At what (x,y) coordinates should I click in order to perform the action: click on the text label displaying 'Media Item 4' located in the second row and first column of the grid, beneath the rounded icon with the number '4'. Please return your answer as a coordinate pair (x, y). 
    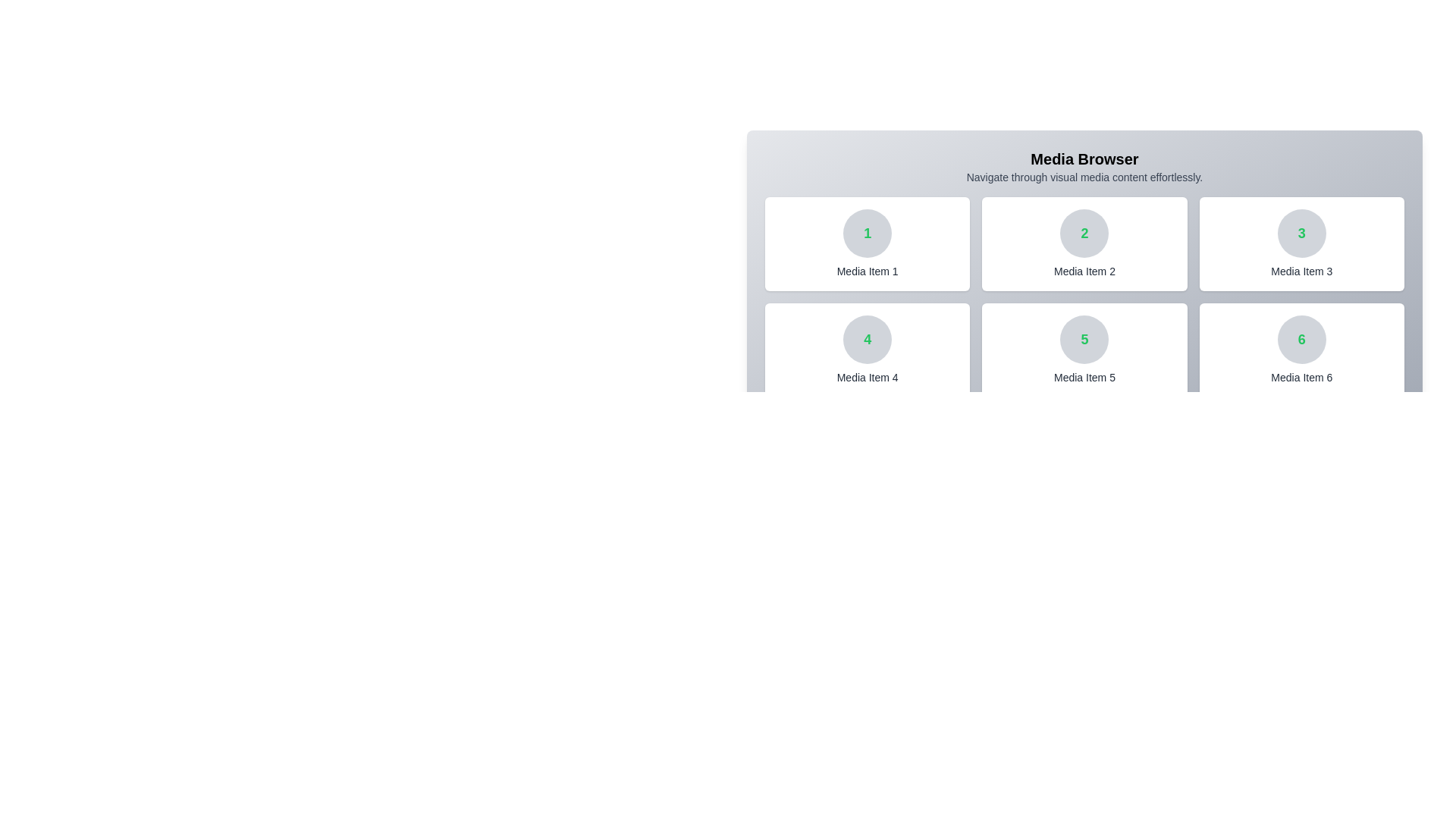
    Looking at the image, I should click on (868, 376).